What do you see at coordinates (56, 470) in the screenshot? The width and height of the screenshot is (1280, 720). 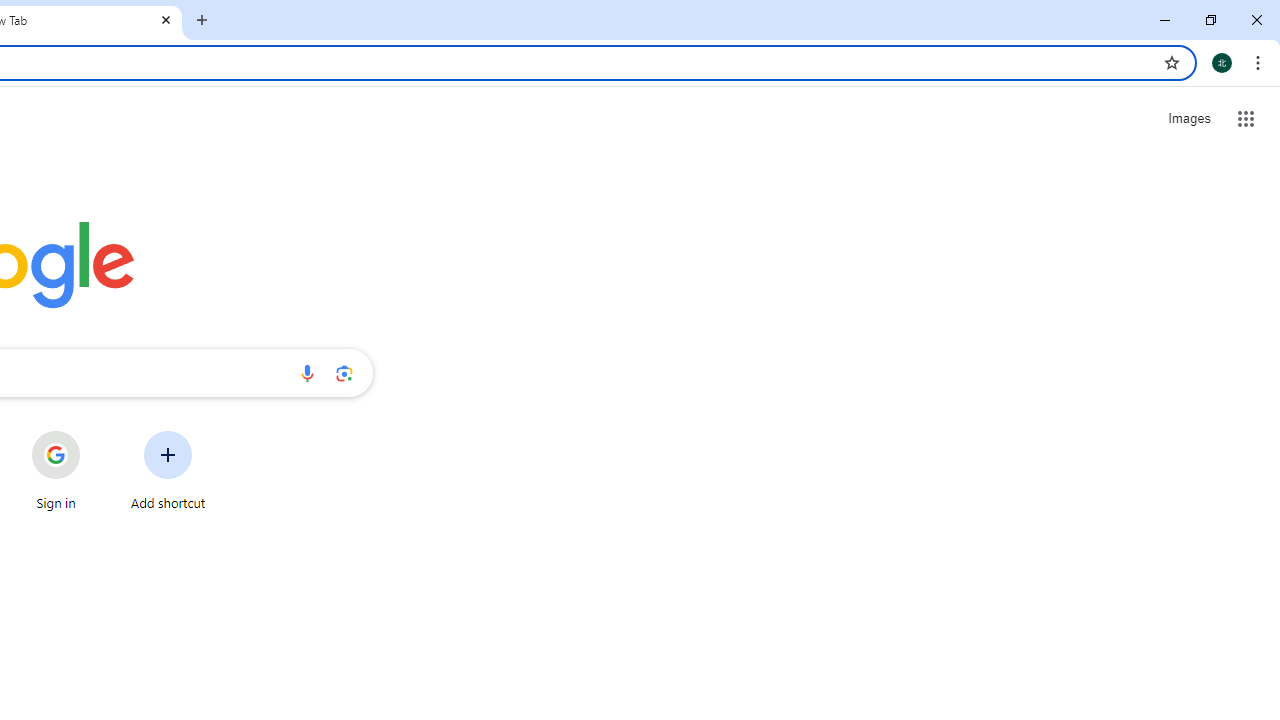 I see `'Sign in'` at bounding box center [56, 470].